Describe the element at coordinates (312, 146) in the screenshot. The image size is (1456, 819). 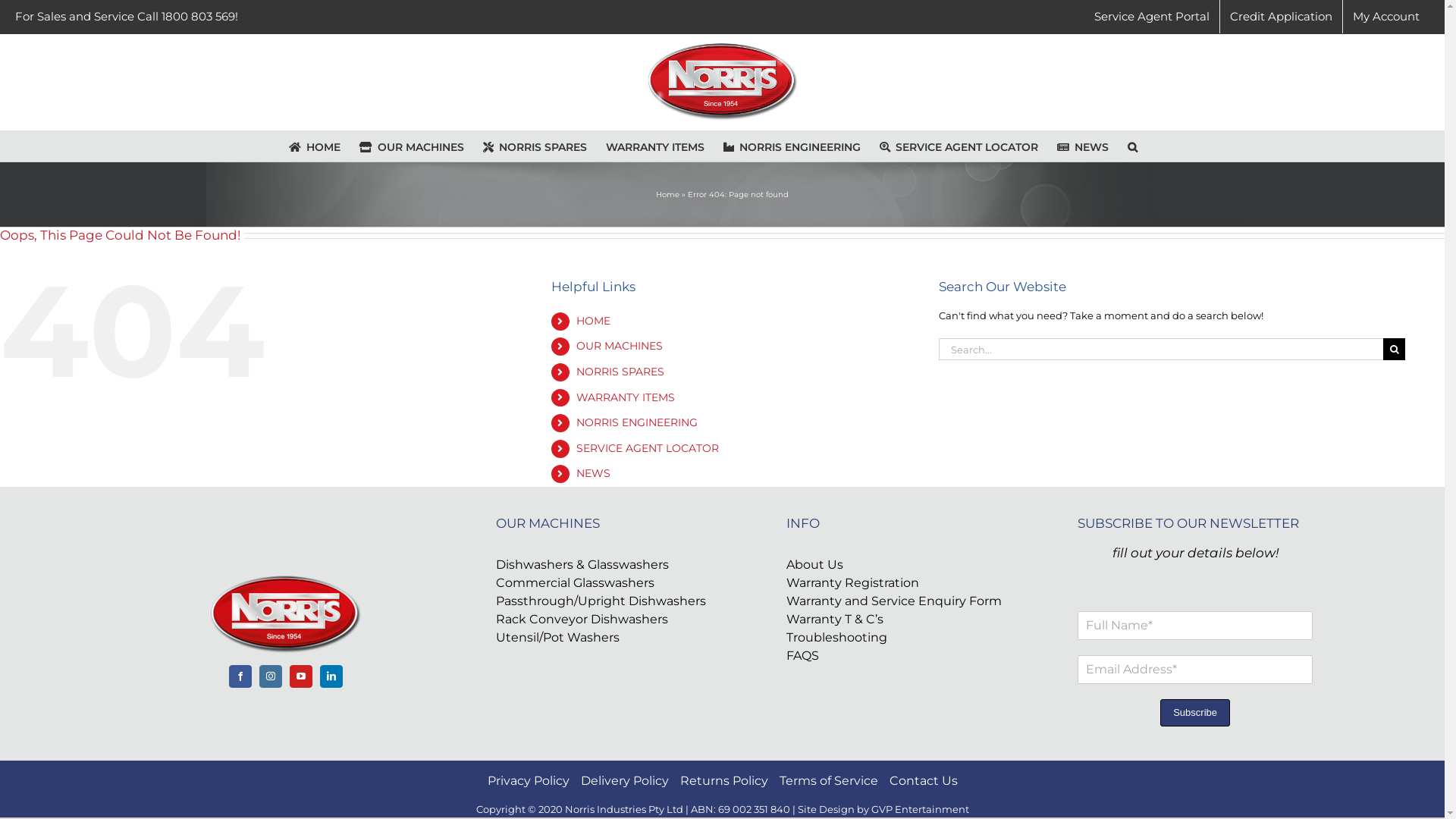
I see `'HOME'` at that location.